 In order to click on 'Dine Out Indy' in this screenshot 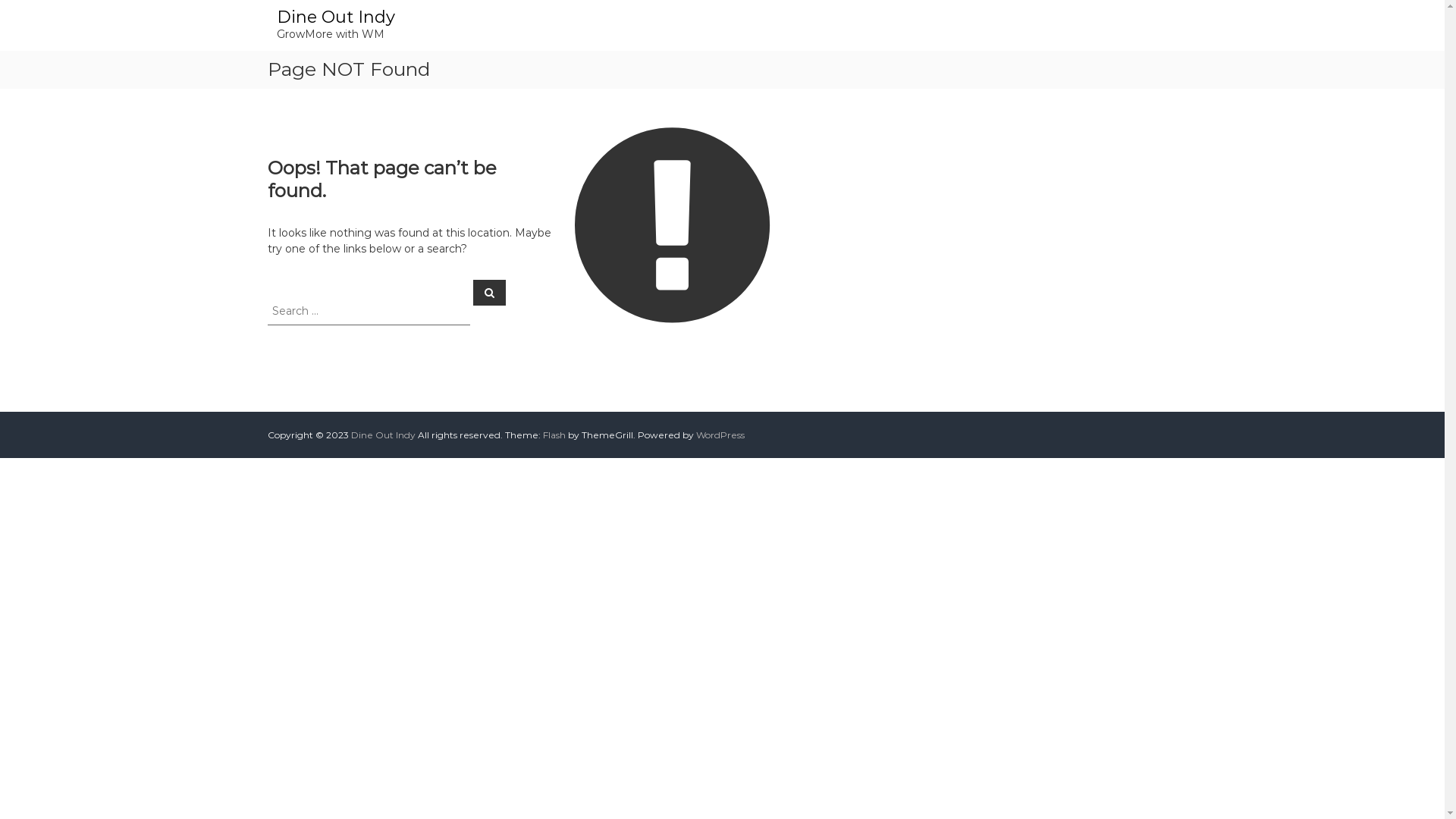, I will do `click(382, 435)`.